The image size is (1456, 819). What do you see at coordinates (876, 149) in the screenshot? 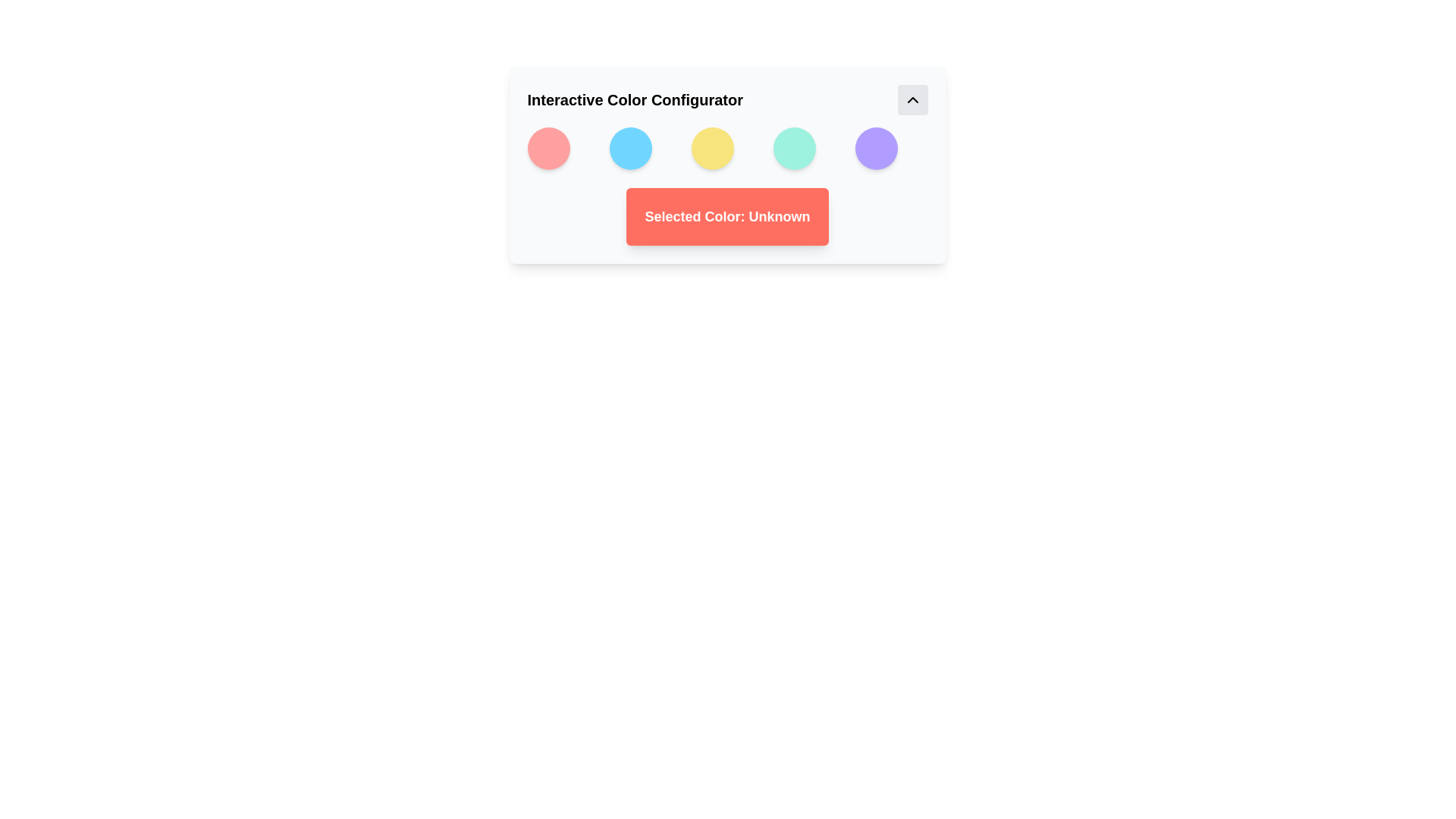
I see `the fifth circular button with a lavender background to observe the scale effect` at bounding box center [876, 149].